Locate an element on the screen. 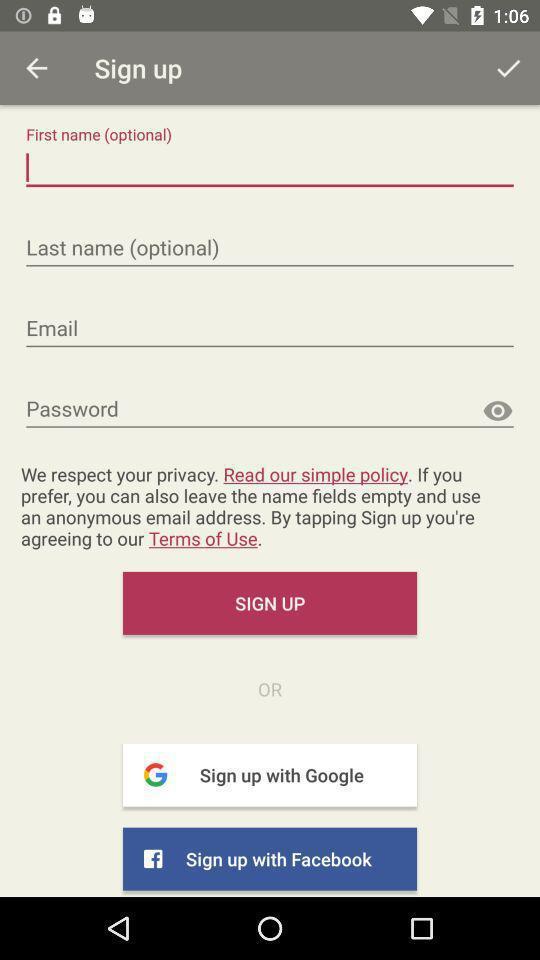 This screenshot has height=960, width=540. last name is located at coordinates (270, 247).